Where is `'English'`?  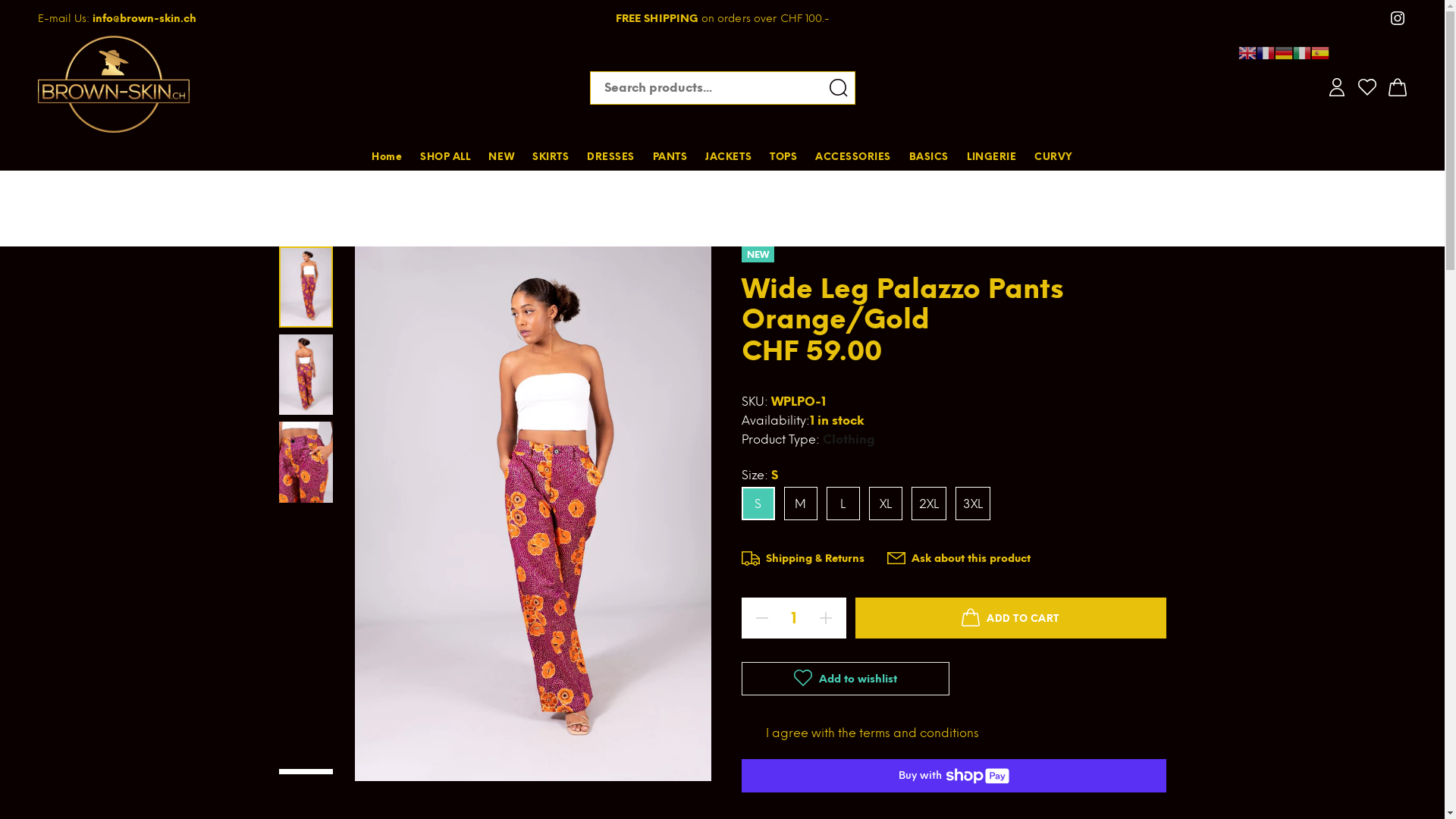 'English' is located at coordinates (1247, 51).